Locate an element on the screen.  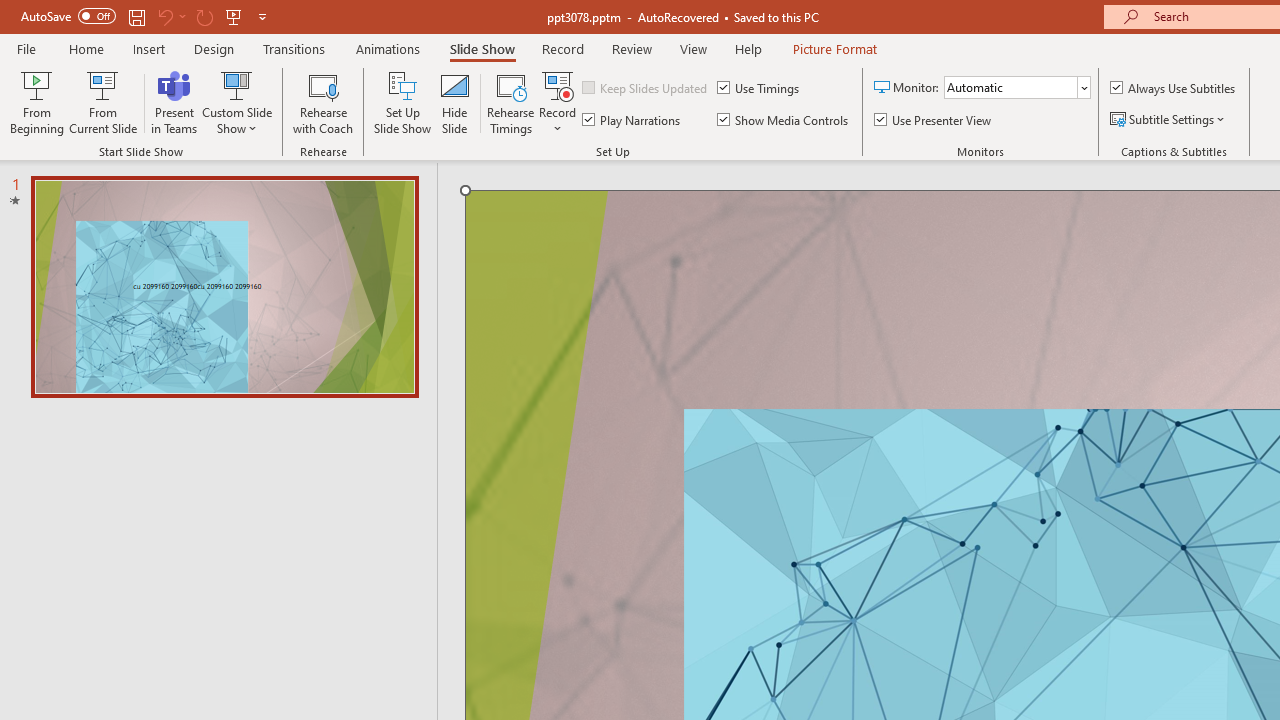
'From Current Slide' is located at coordinates (102, 103).